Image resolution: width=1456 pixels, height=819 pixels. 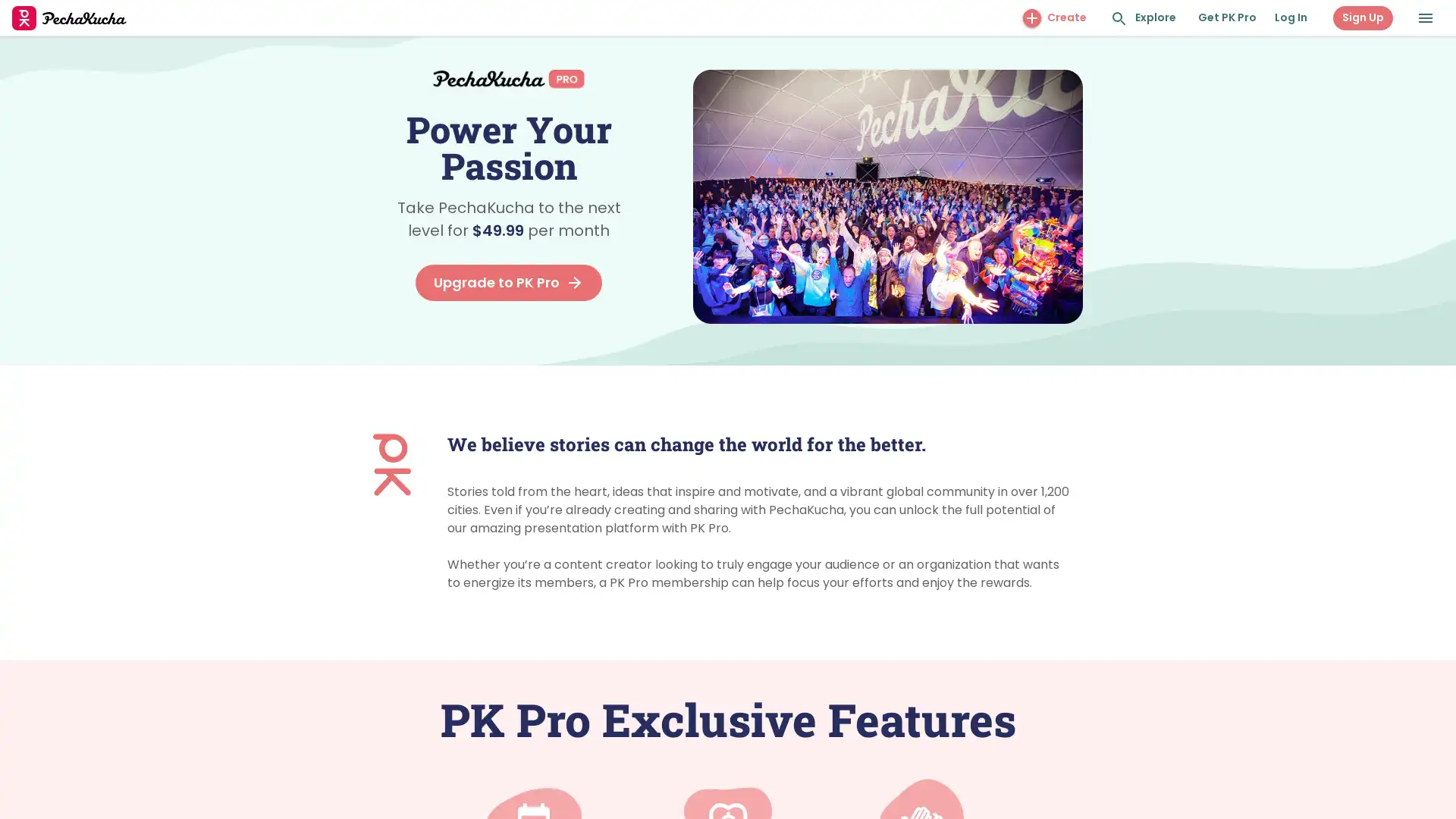 What do you see at coordinates (1119, 18) in the screenshot?
I see `Search and Explore` at bounding box center [1119, 18].